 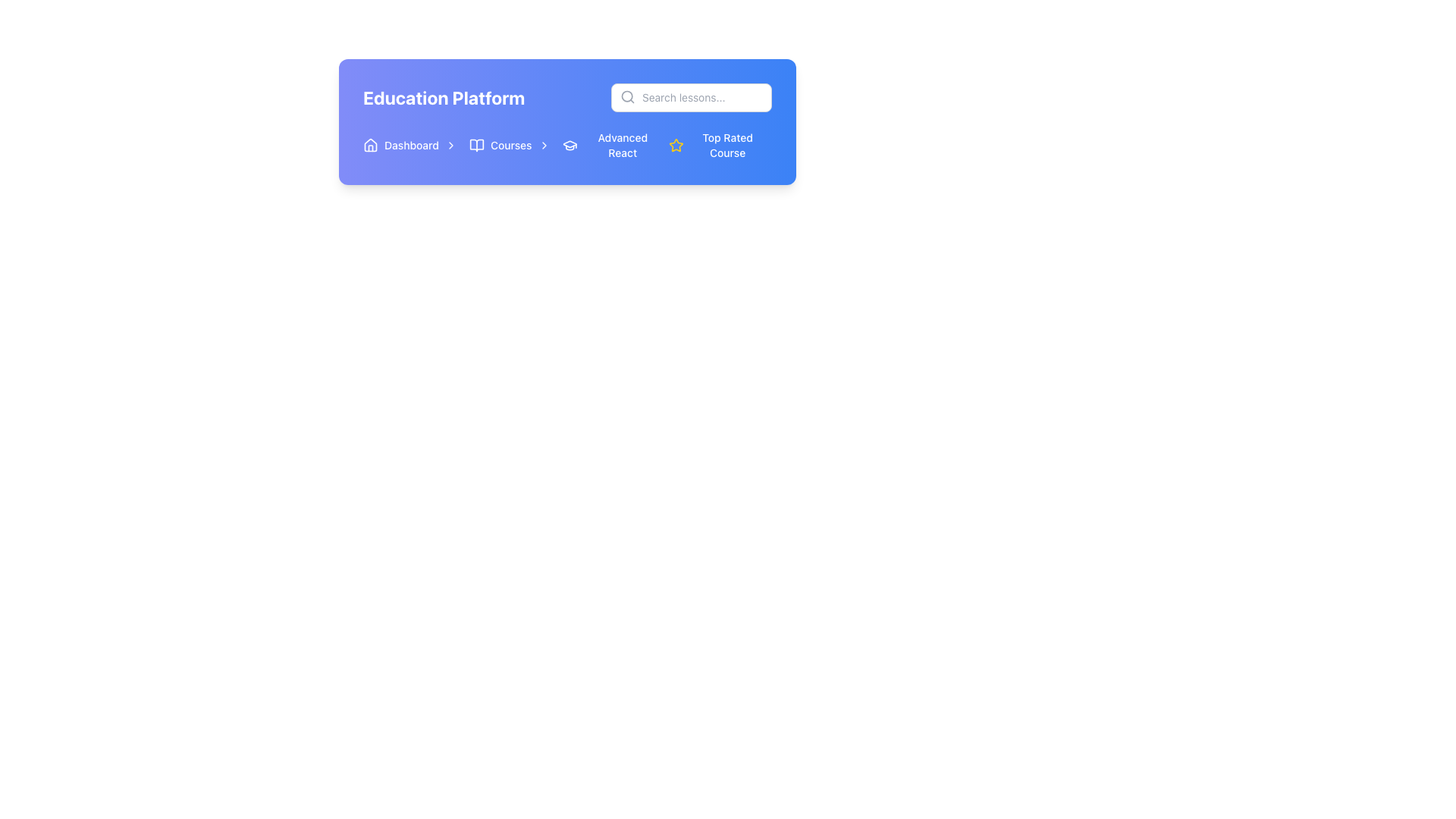 What do you see at coordinates (719, 146) in the screenshot?
I see `the 'Top Rated Course' label with the star icon` at bounding box center [719, 146].